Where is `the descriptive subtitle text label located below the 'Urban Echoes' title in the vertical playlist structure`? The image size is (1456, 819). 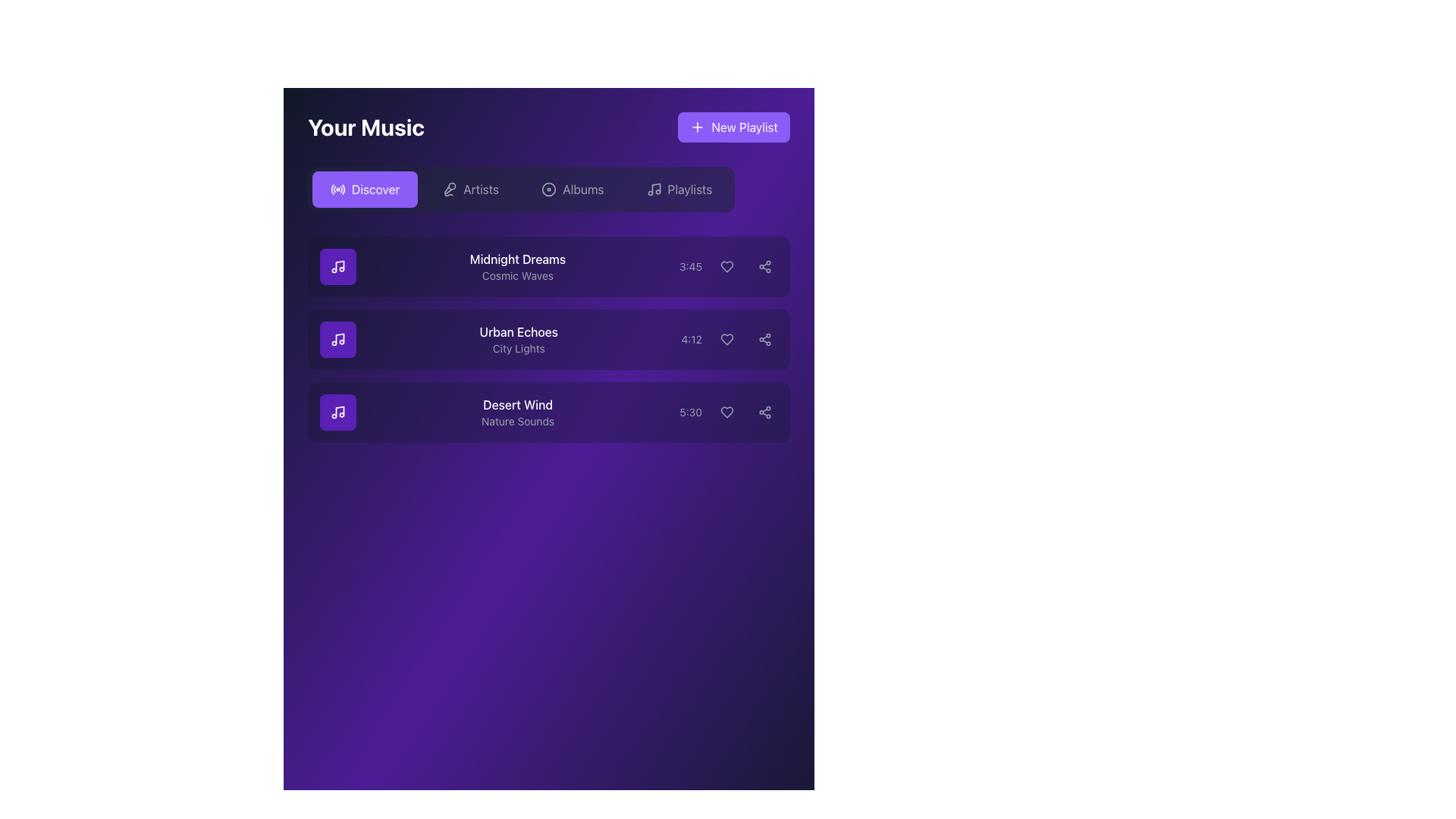 the descriptive subtitle text label located below the 'Urban Echoes' title in the vertical playlist structure is located at coordinates (519, 348).